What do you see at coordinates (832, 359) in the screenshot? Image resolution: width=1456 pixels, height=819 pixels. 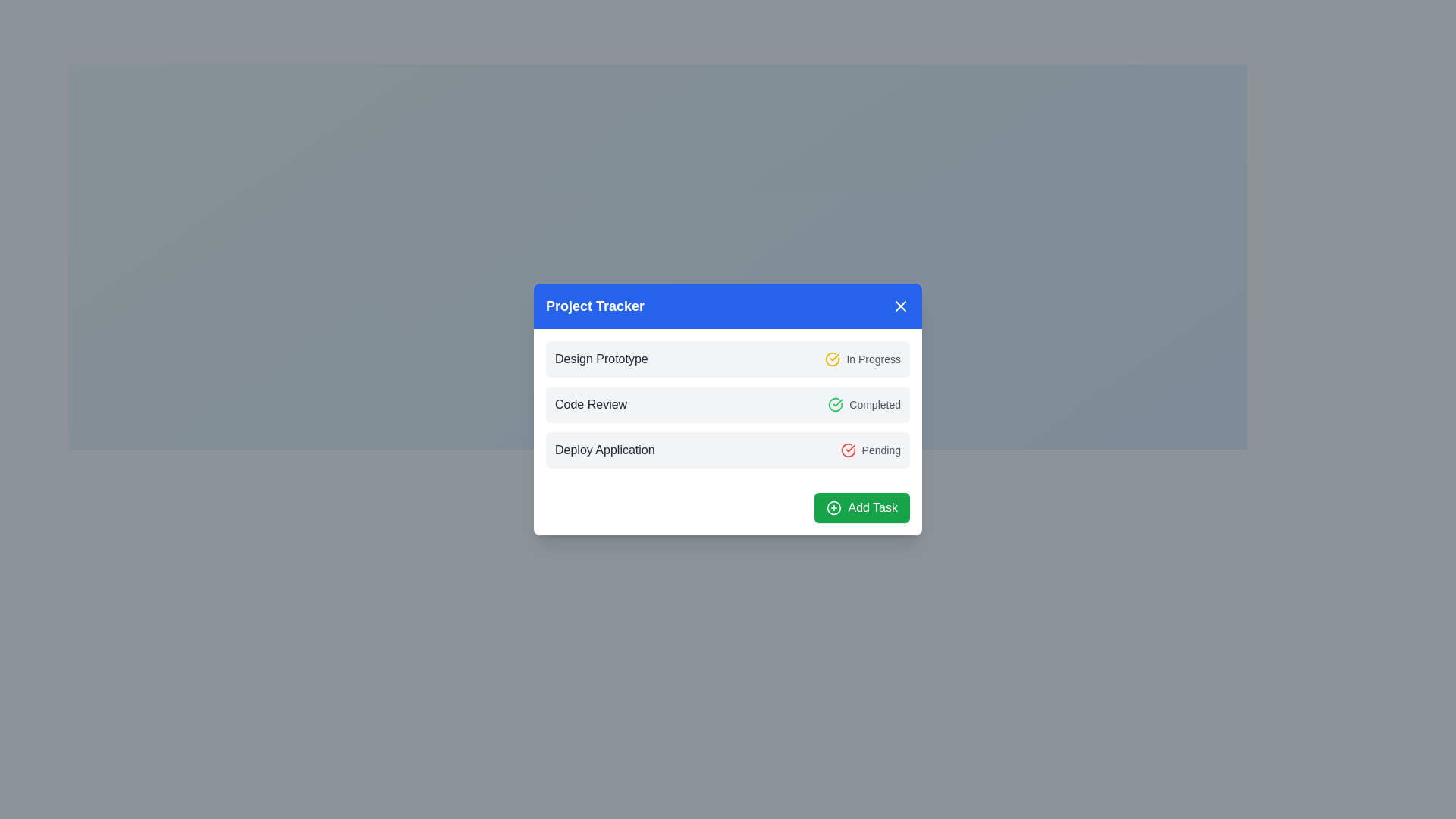 I see `the status icon indicating 'In Progress', which is located to the left of the descriptive text in the first row of the task tracker` at bounding box center [832, 359].